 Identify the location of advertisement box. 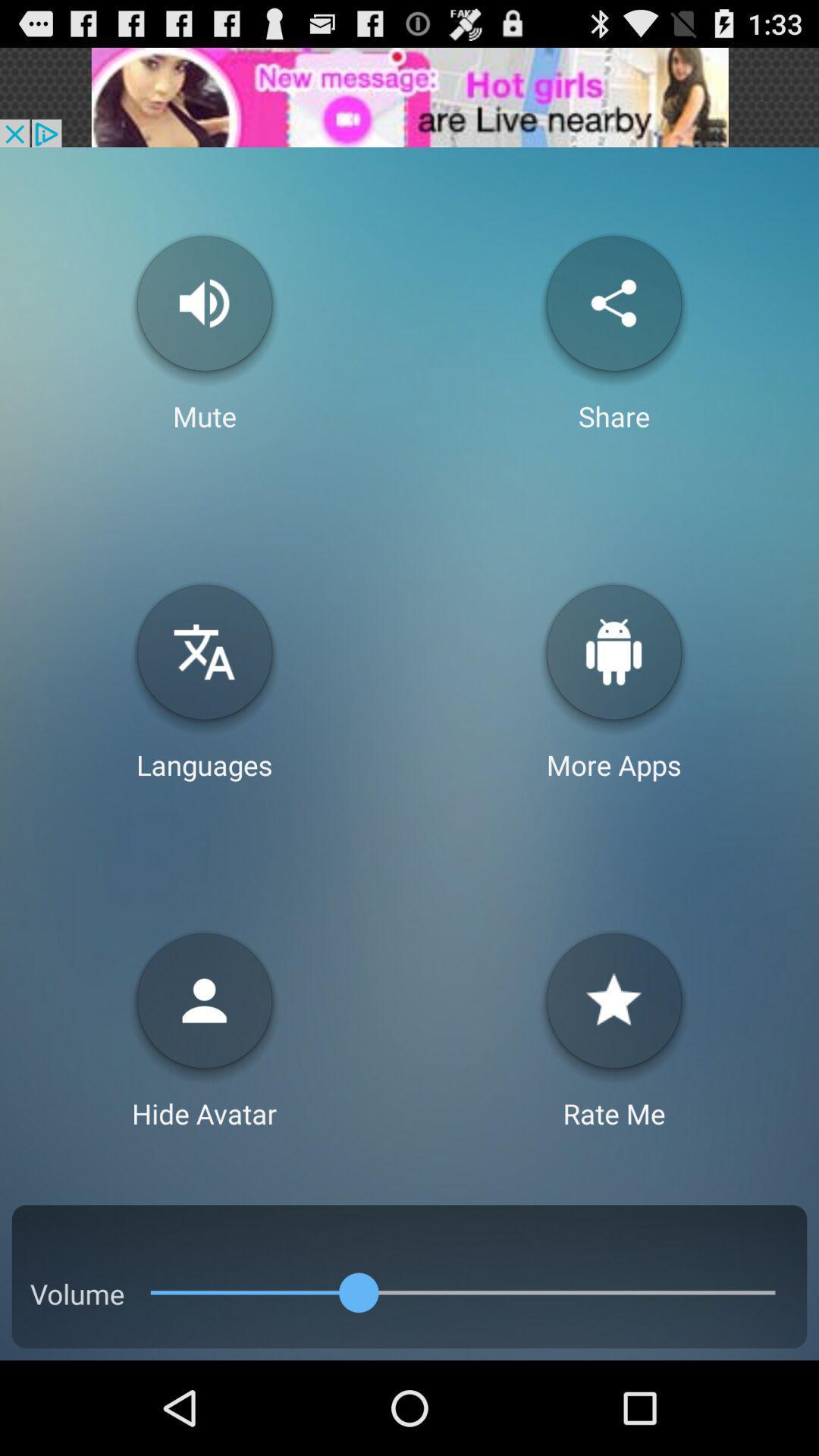
(409, 96).